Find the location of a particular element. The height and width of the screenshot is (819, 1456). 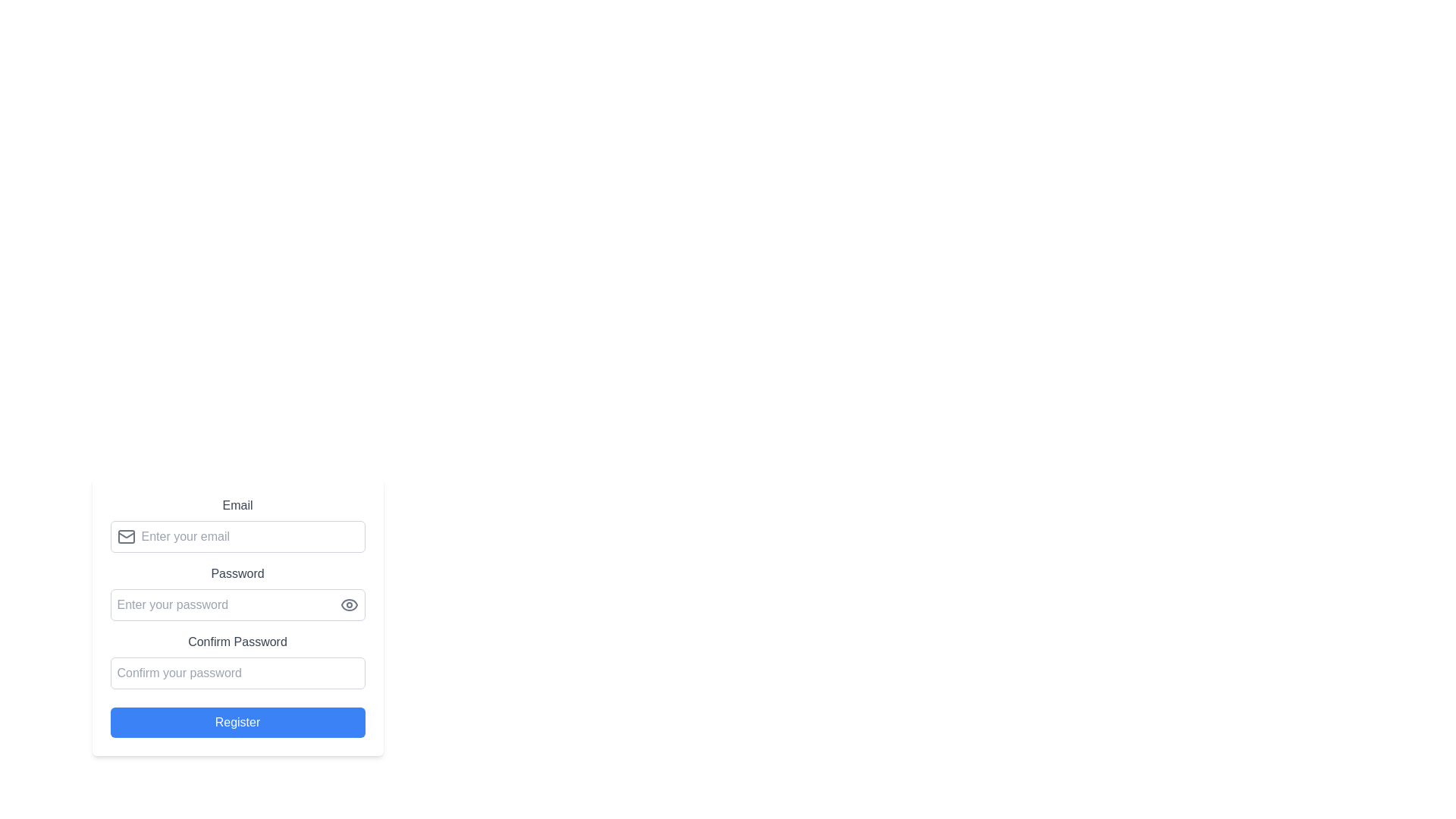

the outer contour of the eye-shaped icon used for toggling password visibility located to the right of the password input field is located at coordinates (348, 604).